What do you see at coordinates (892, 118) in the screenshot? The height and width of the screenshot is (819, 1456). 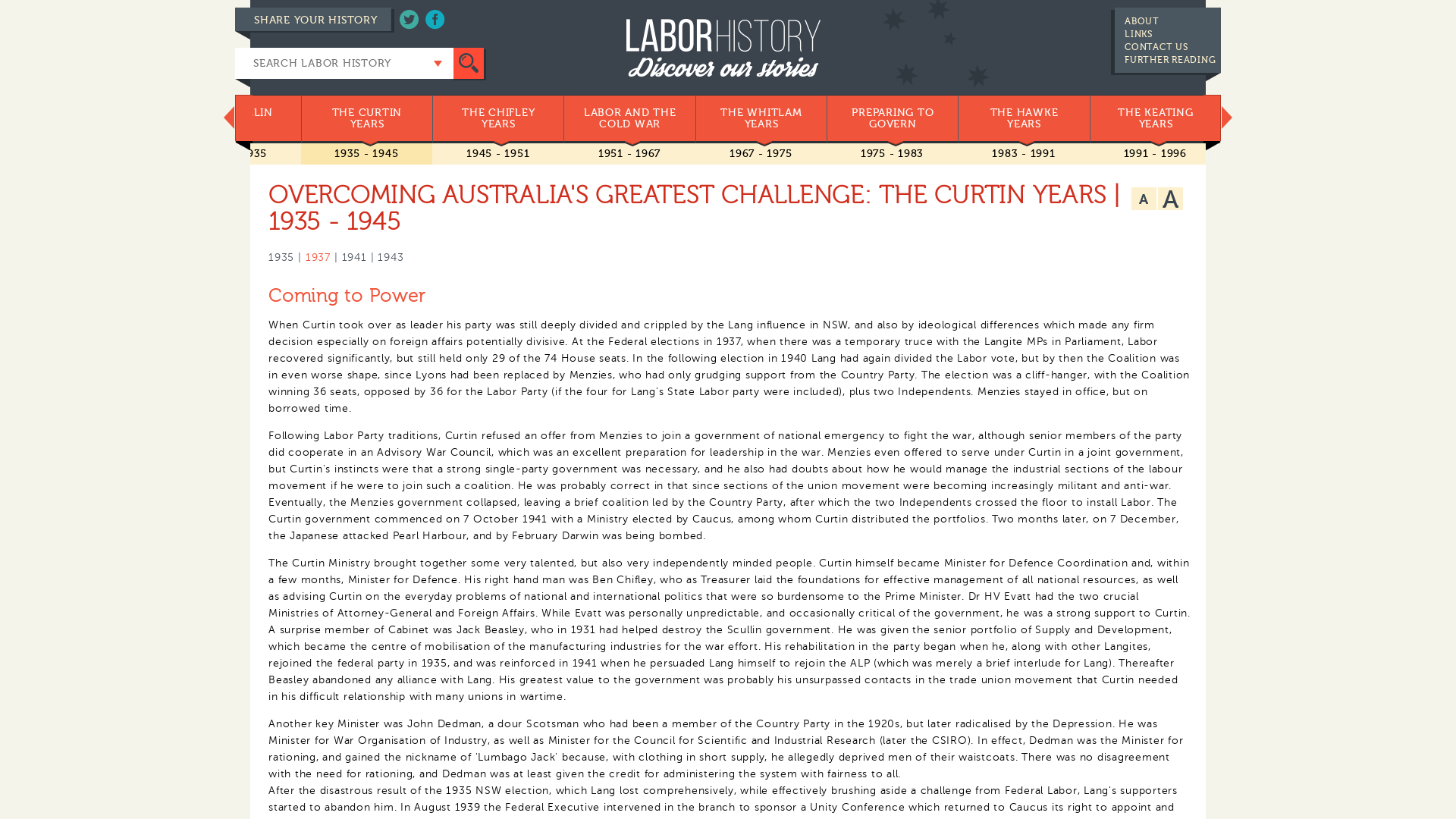 I see `'PREPARING TO GOVERN'` at bounding box center [892, 118].